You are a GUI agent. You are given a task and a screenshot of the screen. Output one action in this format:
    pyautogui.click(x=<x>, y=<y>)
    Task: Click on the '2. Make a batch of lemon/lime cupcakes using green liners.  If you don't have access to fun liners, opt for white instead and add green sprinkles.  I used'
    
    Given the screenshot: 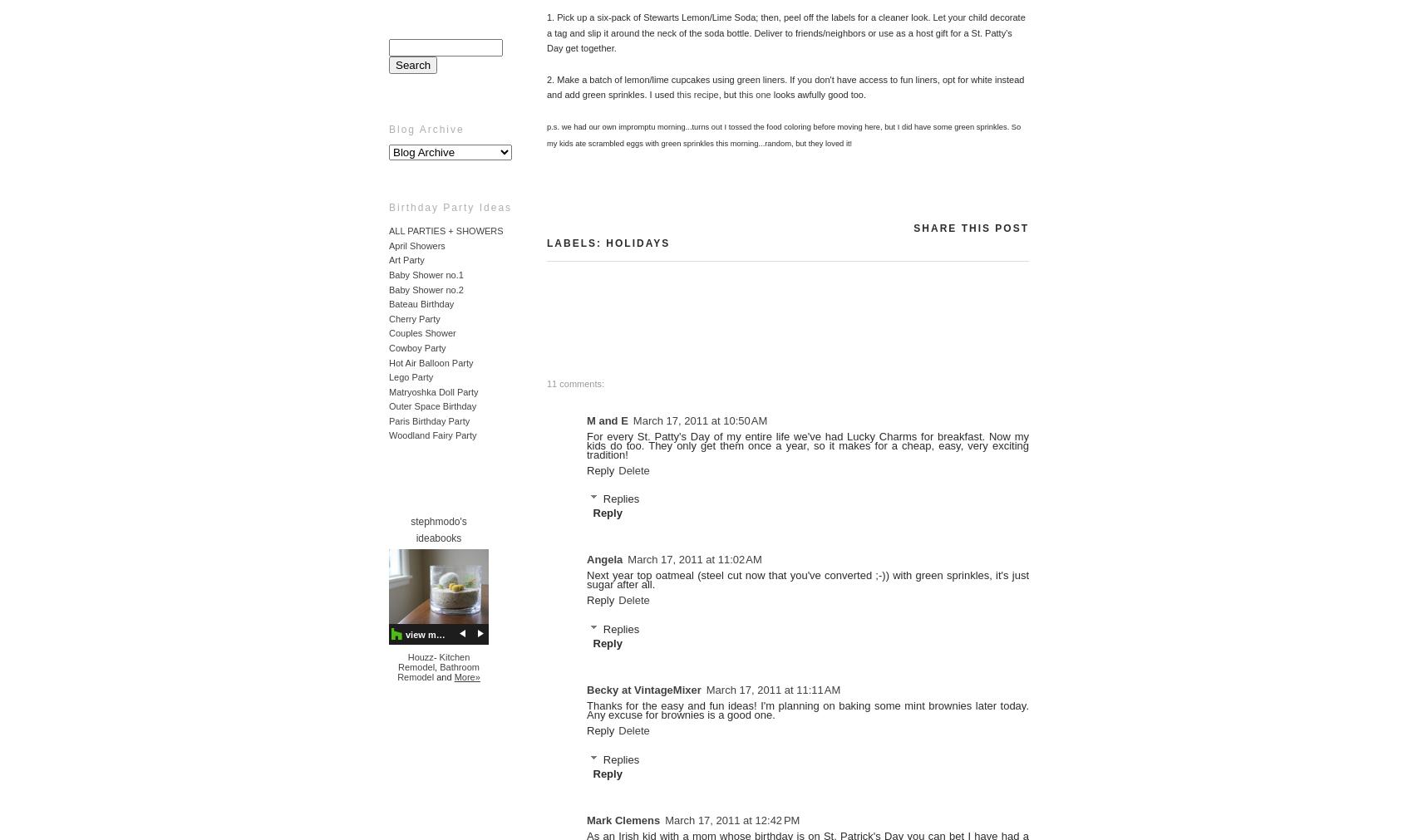 What is the action you would take?
    pyautogui.click(x=785, y=86)
    